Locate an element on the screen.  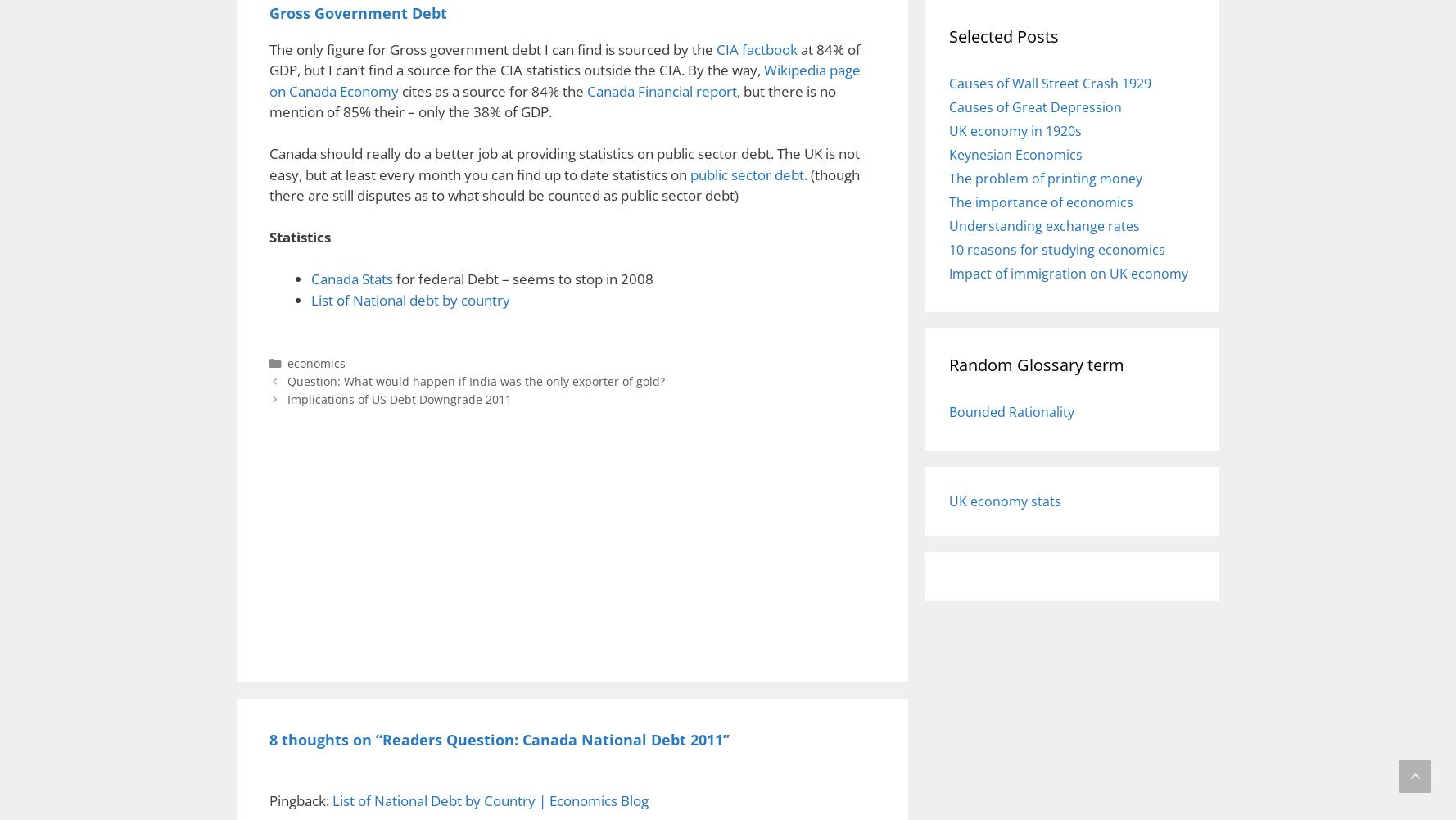
'Causes of Wall Street Crash 1929' is located at coordinates (1050, 82).